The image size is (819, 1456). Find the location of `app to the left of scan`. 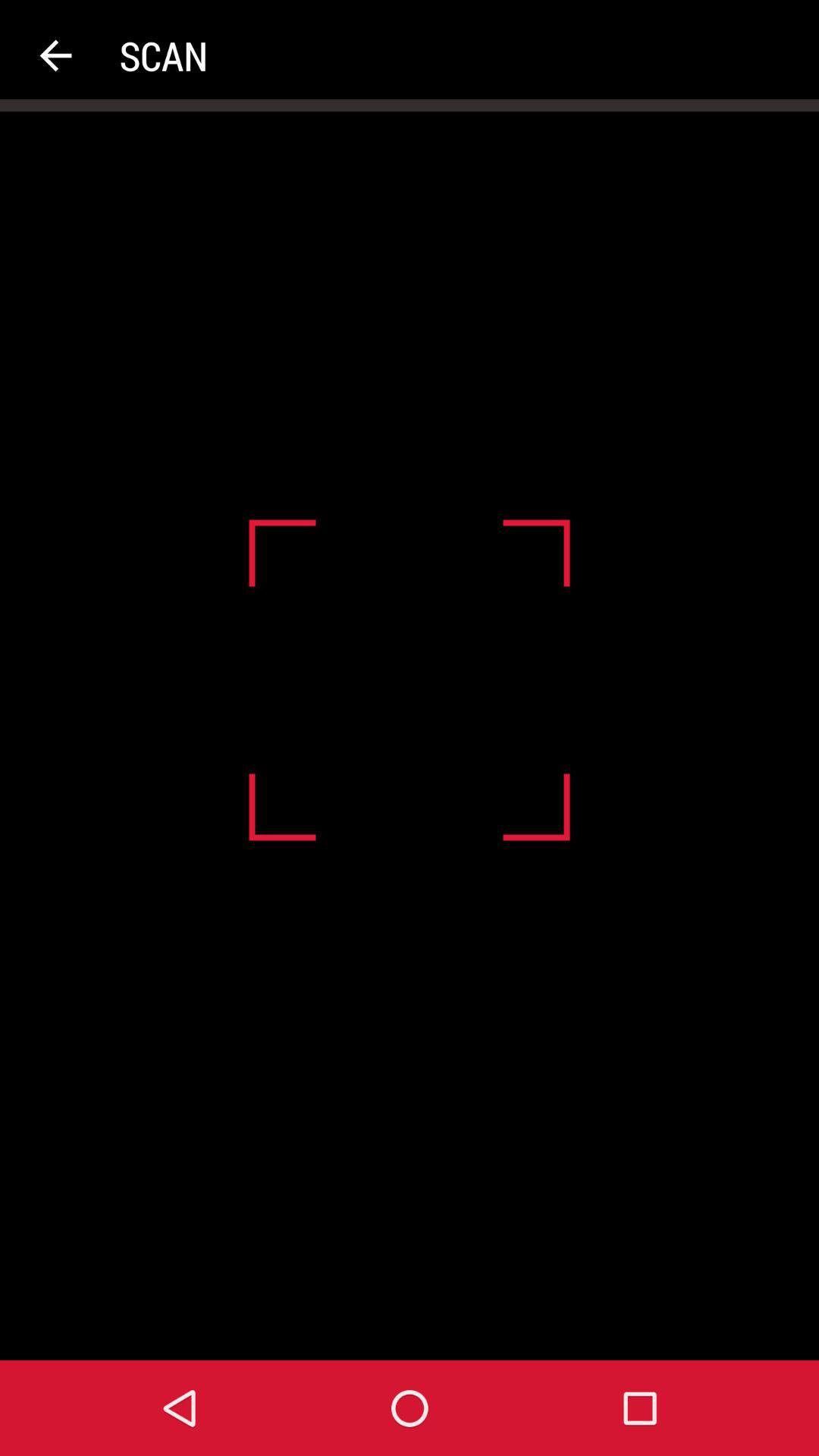

app to the left of scan is located at coordinates (55, 55).